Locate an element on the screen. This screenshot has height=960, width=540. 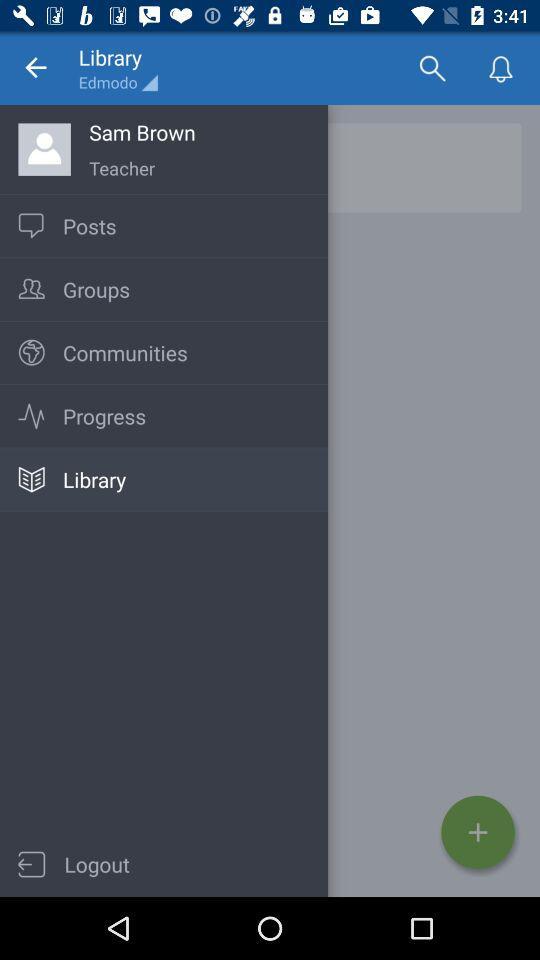
the icon which is before library is located at coordinates (30, 480).